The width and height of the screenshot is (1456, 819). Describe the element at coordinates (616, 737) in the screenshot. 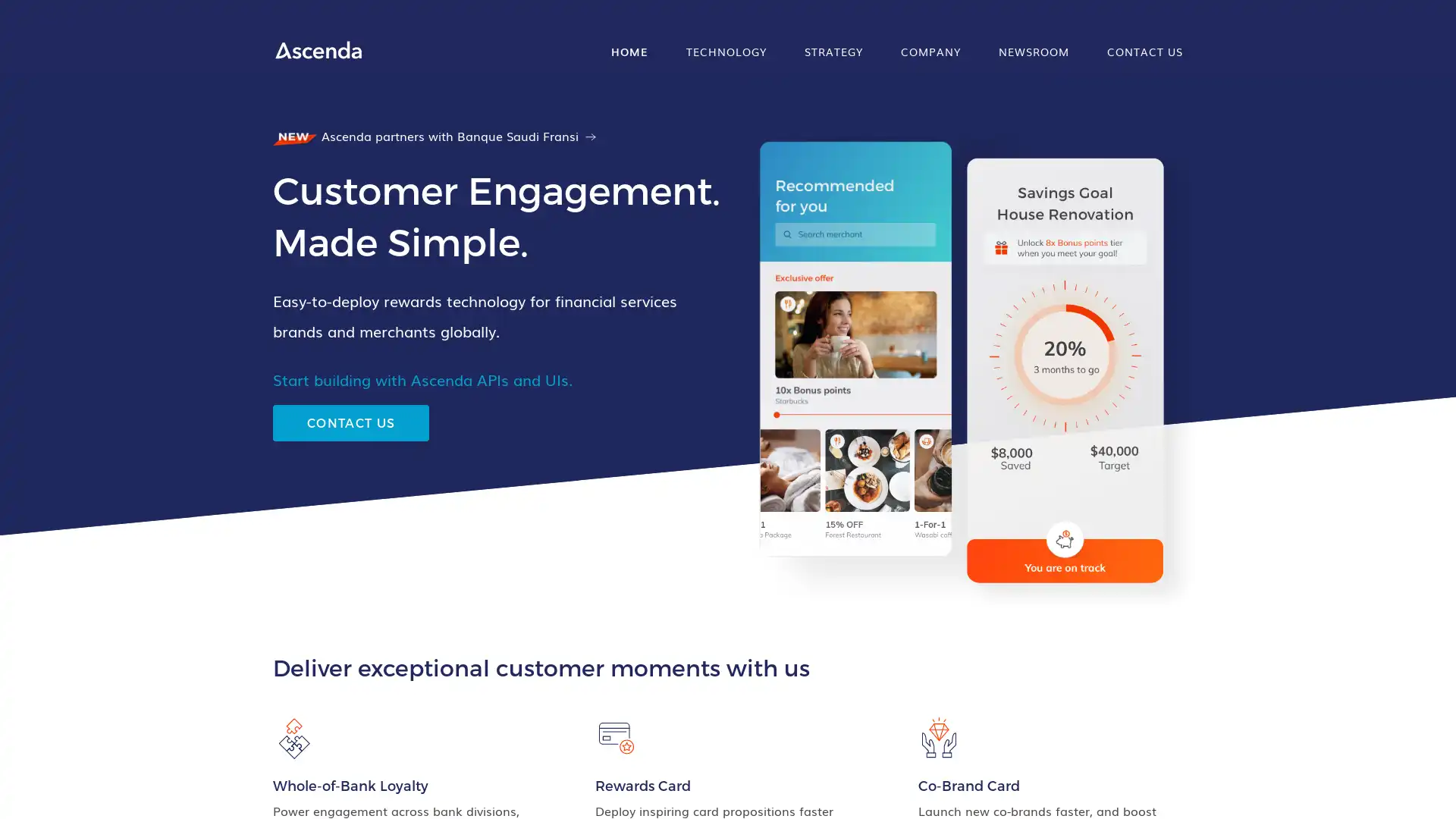

I see `animation` at that location.